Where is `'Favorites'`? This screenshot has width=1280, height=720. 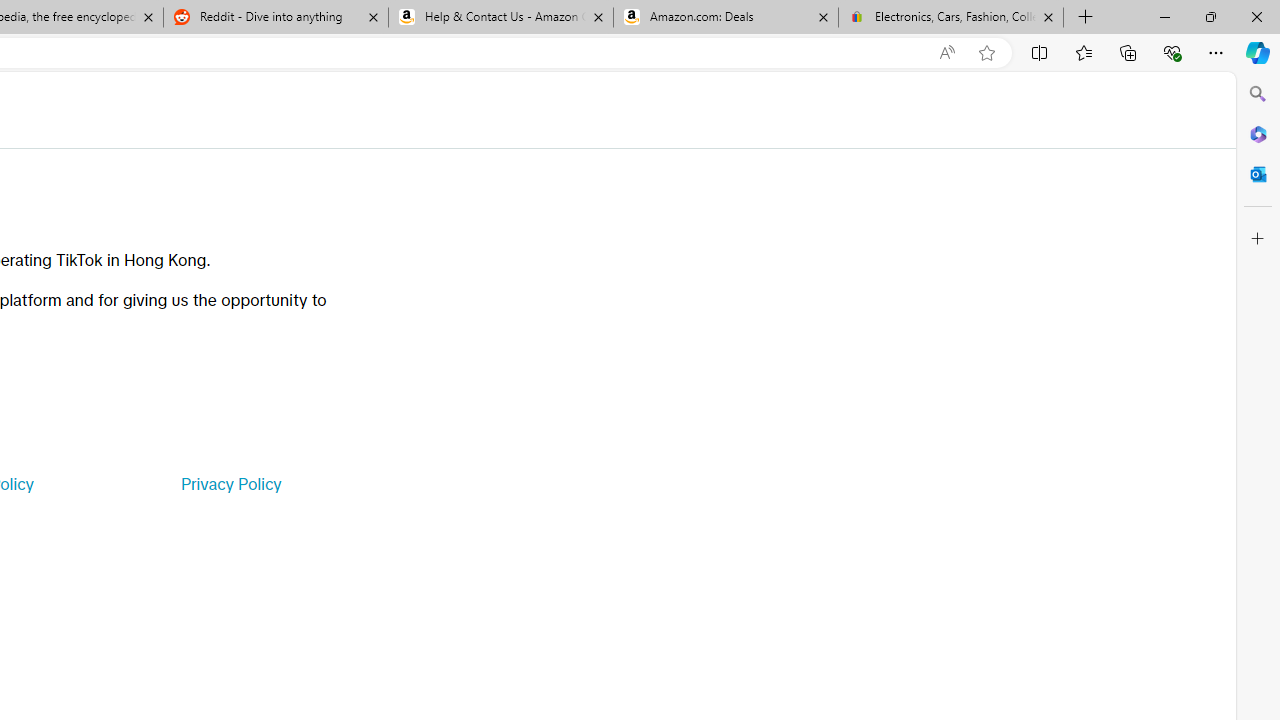
'Favorites' is located at coordinates (1082, 51).